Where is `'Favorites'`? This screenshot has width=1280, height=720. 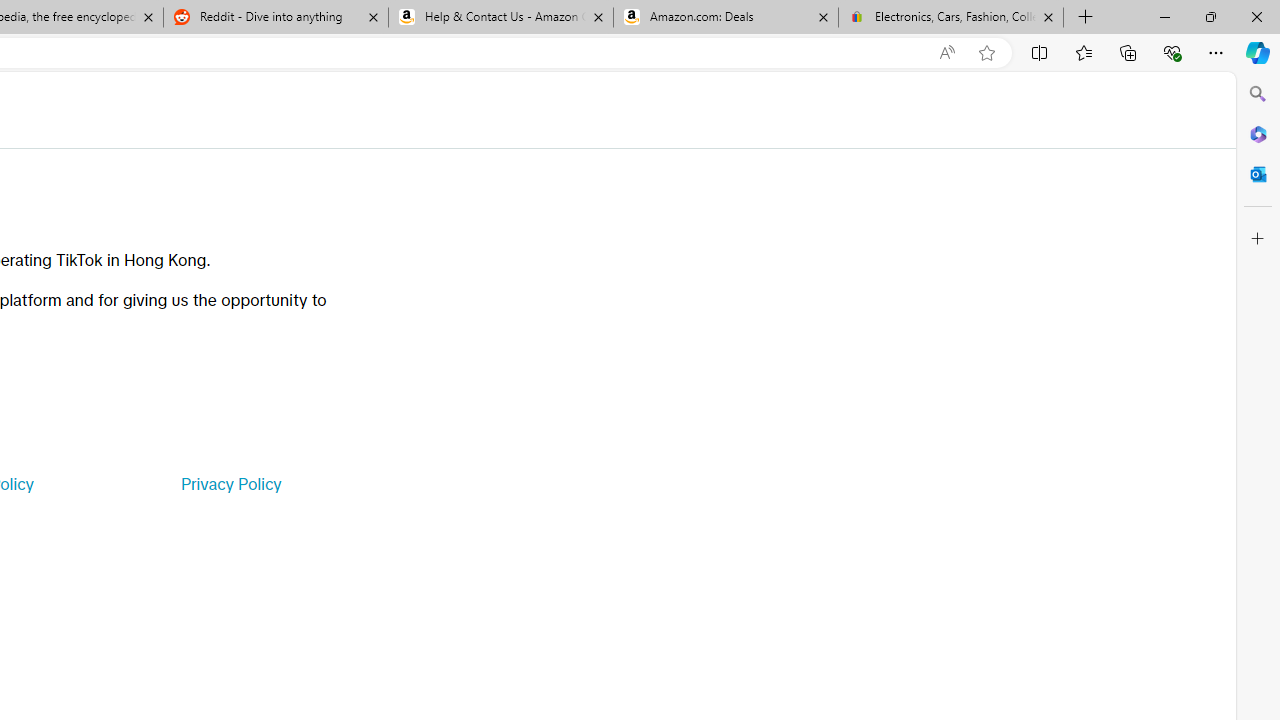
'Favorites' is located at coordinates (1082, 51).